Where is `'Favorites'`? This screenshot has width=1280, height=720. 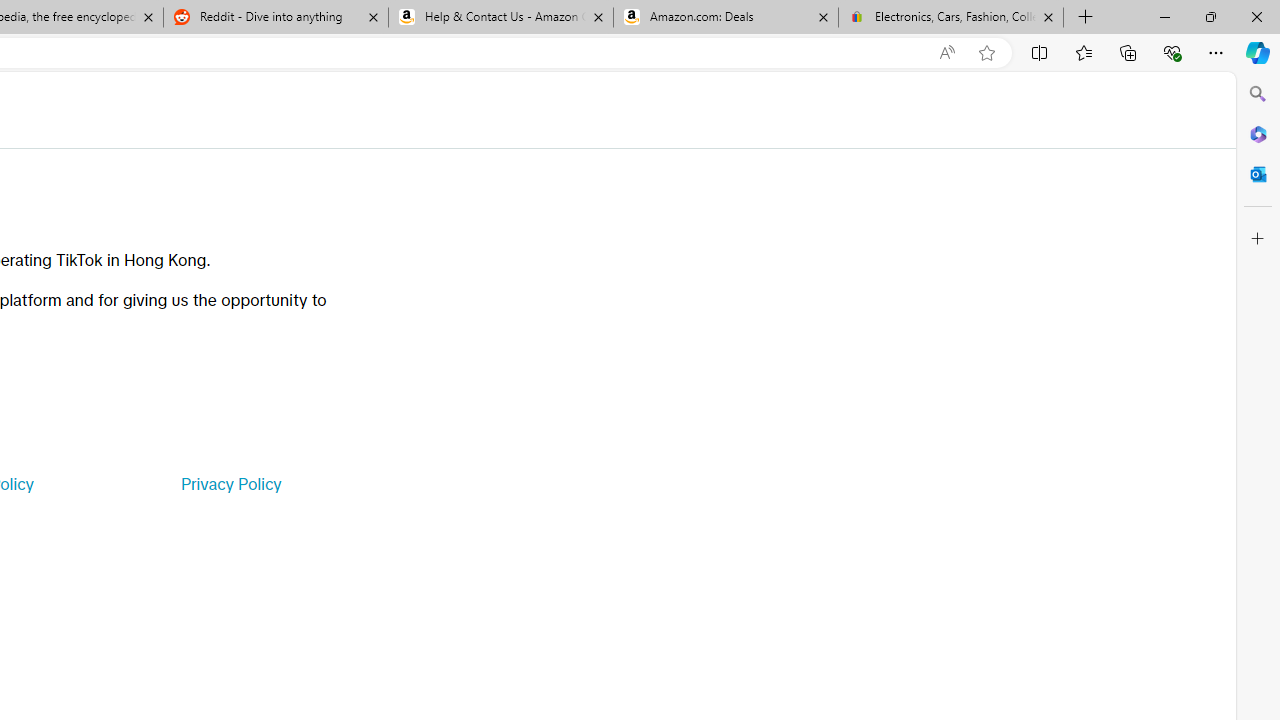
'Favorites' is located at coordinates (1082, 51).